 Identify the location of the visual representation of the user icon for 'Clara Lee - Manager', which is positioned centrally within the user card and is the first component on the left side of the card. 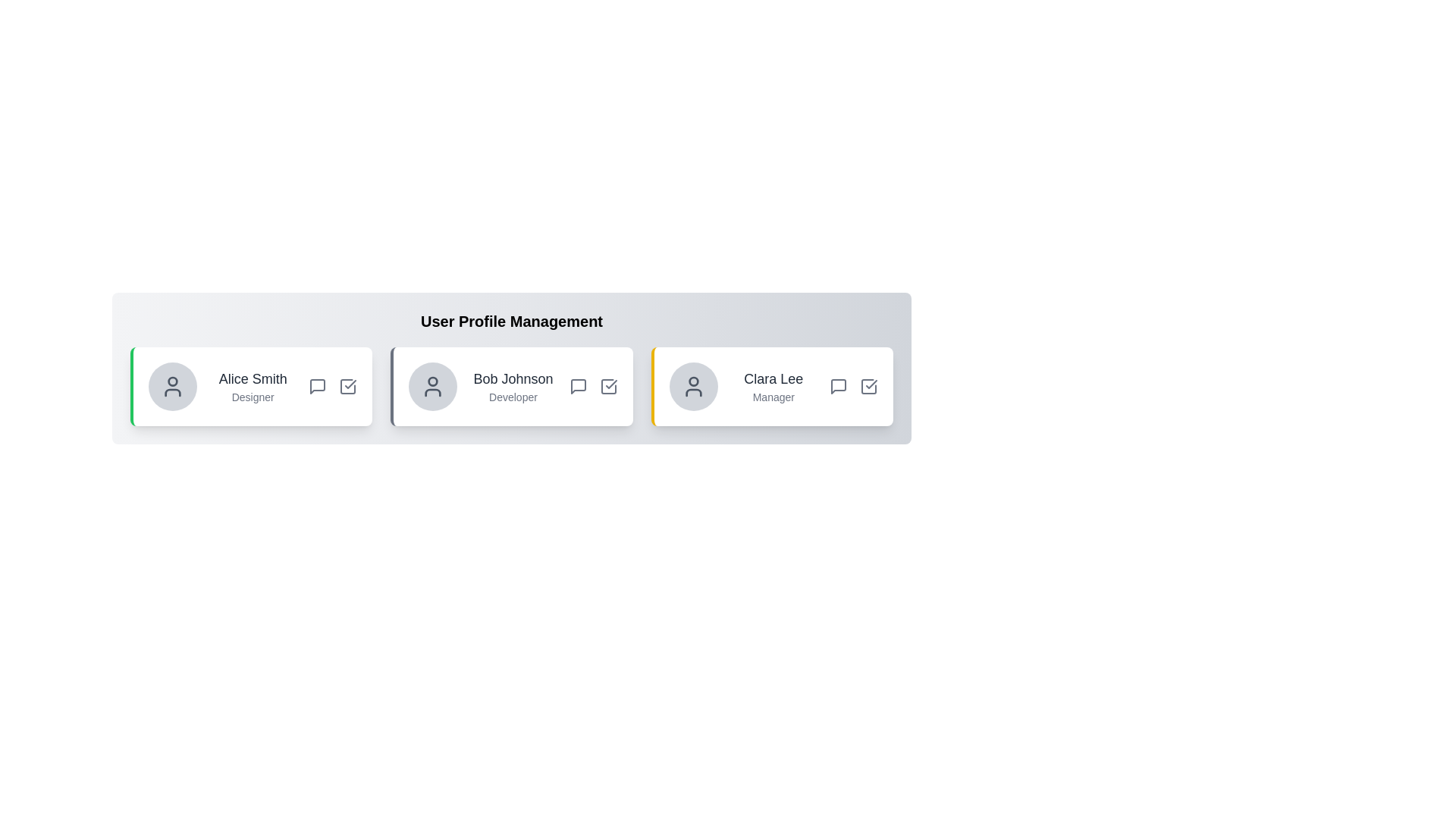
(692, 385).